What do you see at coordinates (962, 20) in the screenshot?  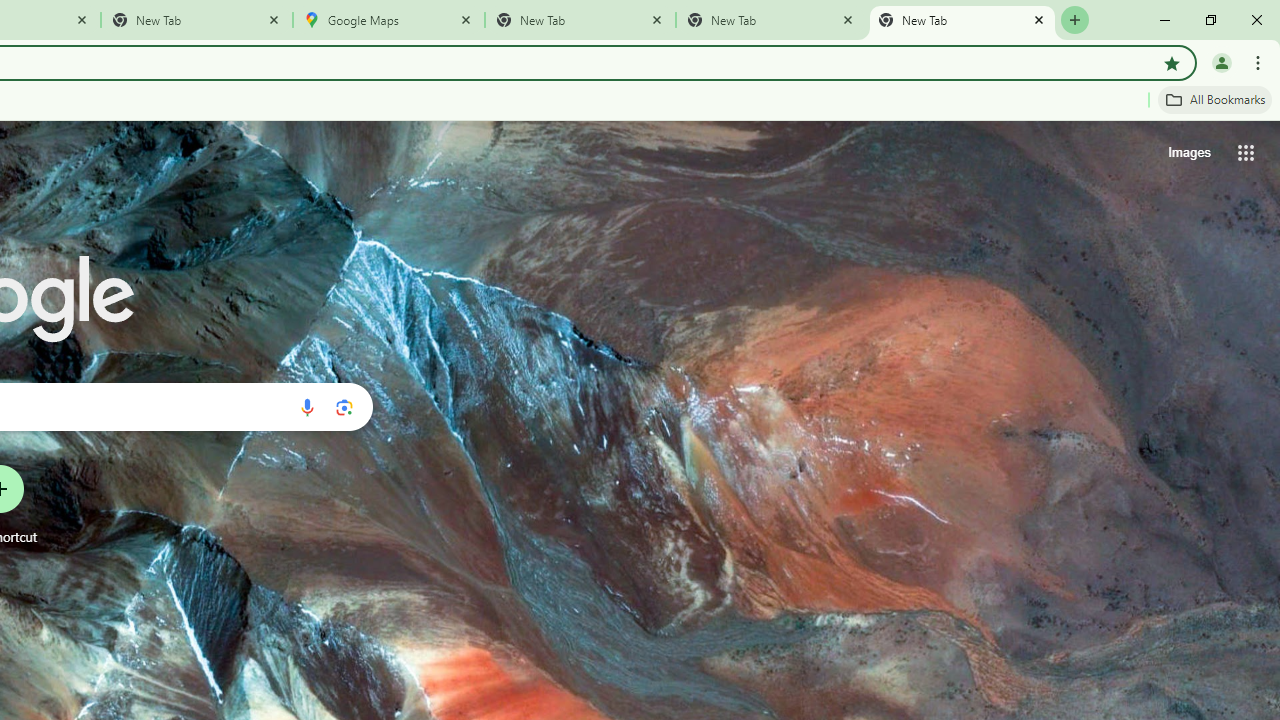 I see `'New Tab'` at bounding box center [962, 20].